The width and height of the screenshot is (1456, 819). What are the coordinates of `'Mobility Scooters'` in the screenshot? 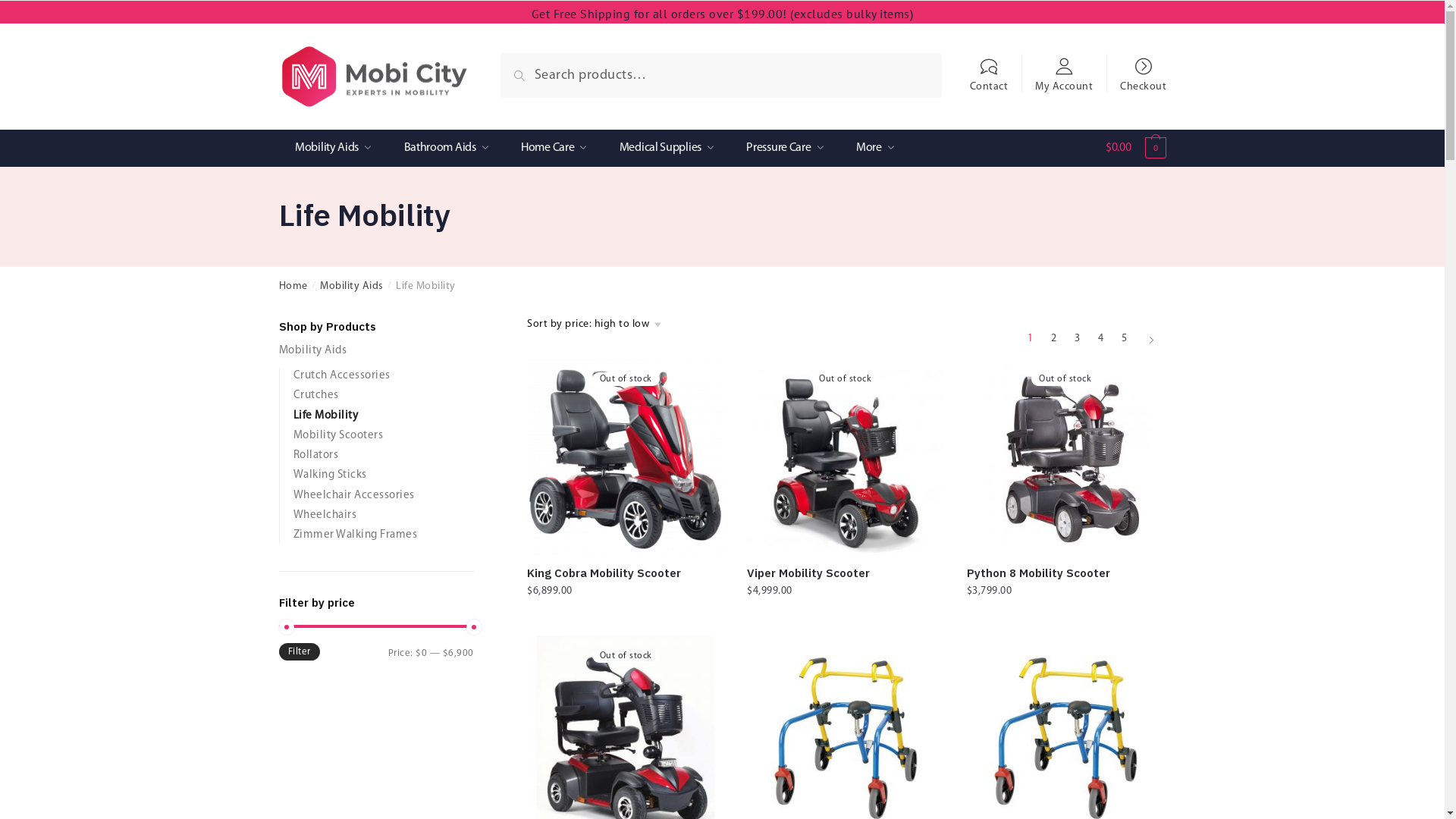 It's located at (292, 435).